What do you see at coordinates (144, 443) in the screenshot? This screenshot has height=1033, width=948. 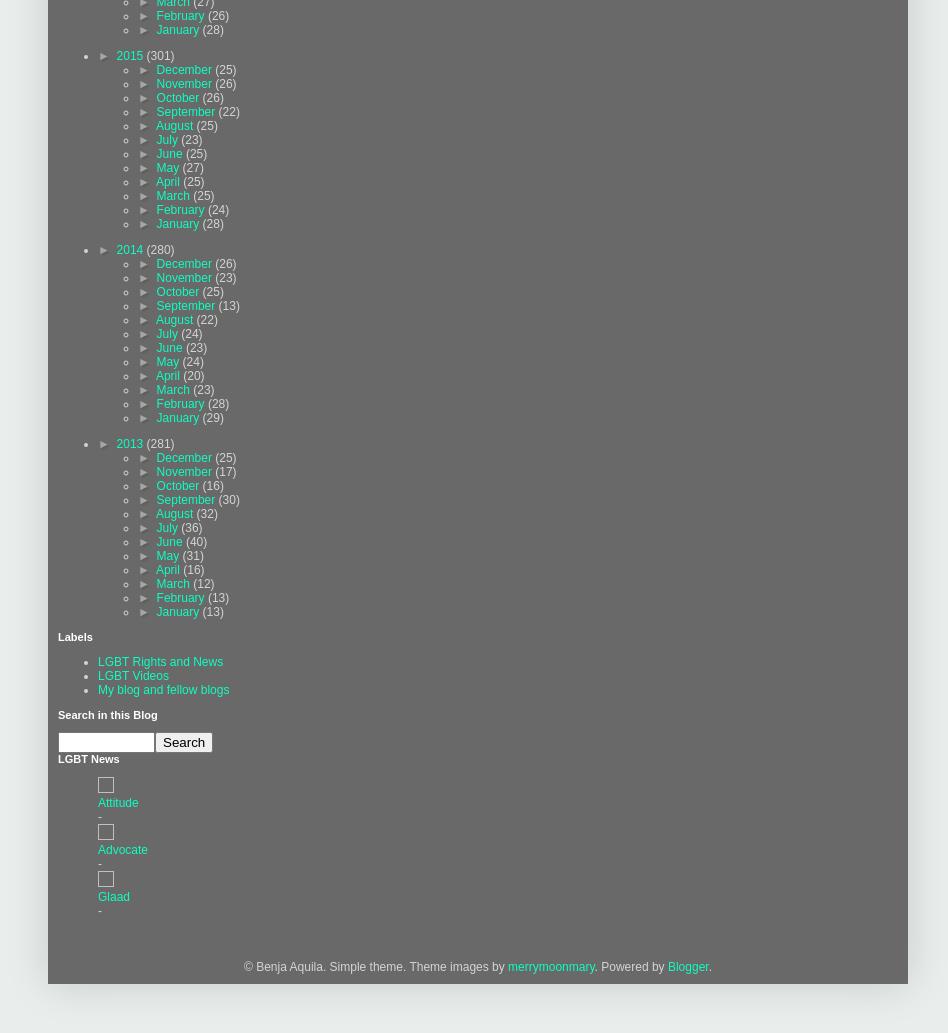 I see `'(281)'` at bounding box center [144, 443].